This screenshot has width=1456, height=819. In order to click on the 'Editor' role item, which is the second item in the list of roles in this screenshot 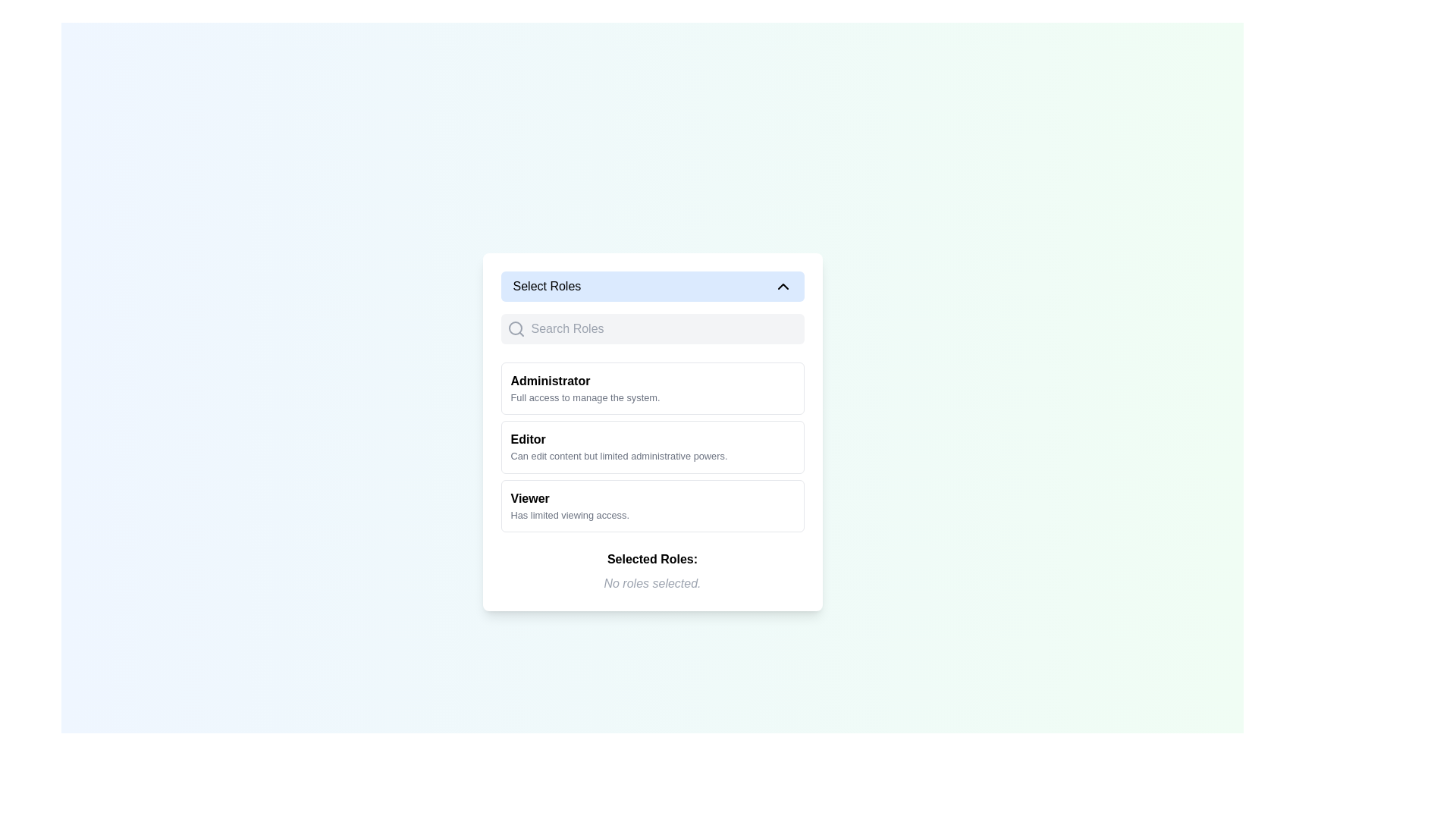, I will do `click(652, 432)`.